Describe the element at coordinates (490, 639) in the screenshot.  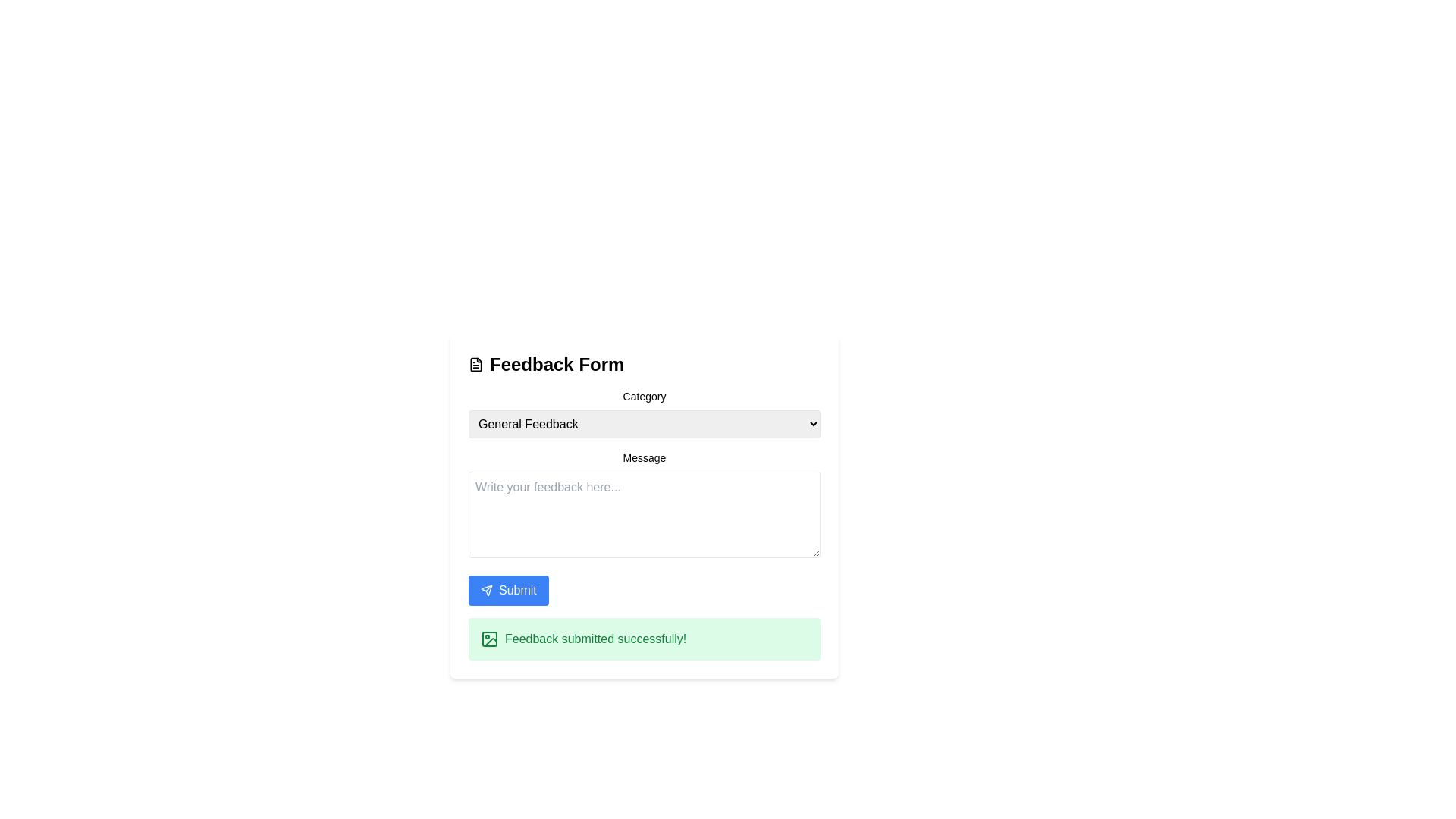
I see `the green rectangular icon with rounded edges located within the notification box below the 'Feedback submitted successfully!' message` at that location.